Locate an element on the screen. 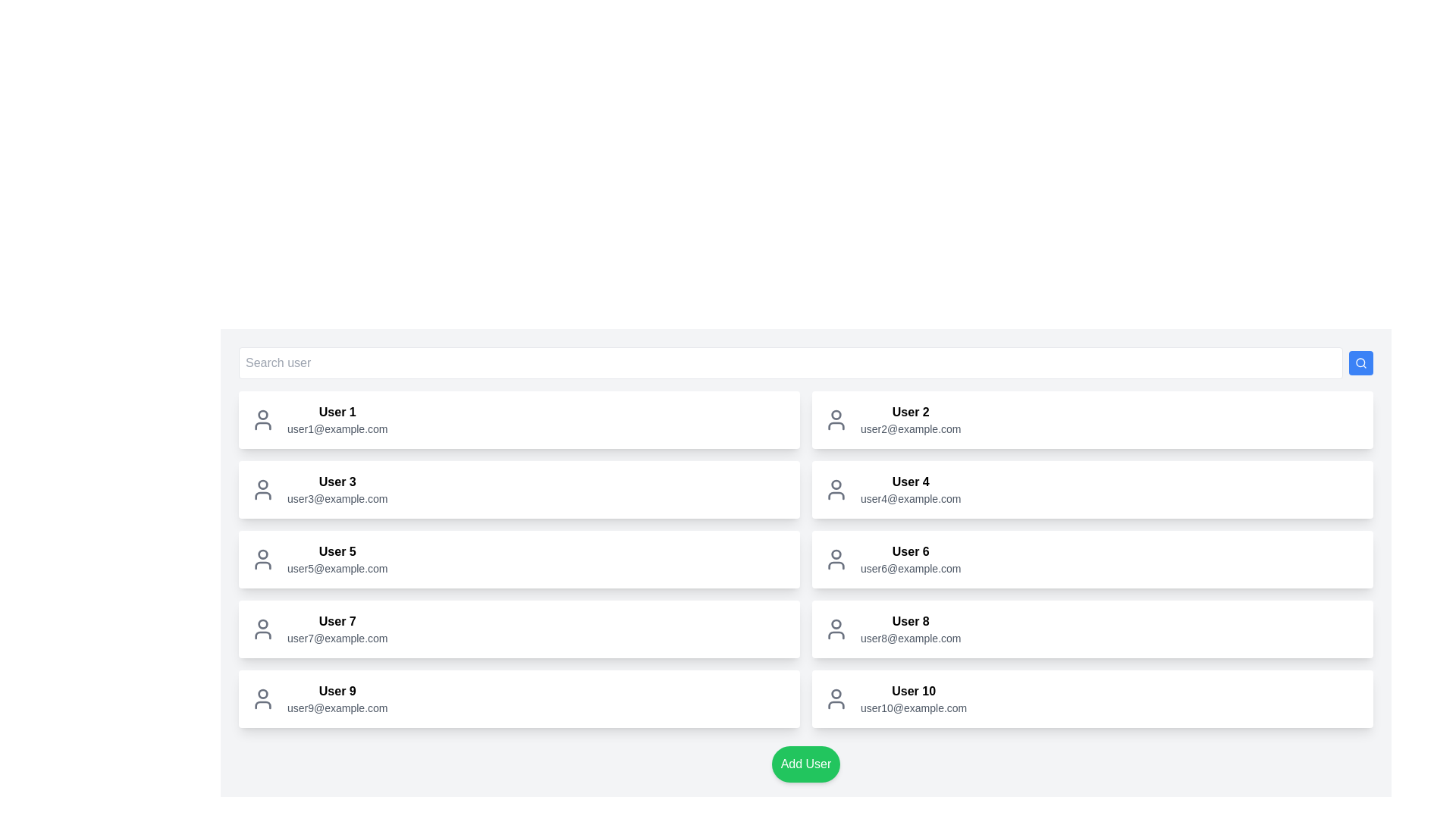 This screenshot has height=819, width=1456. the user profile icon representing 'User 5' located to the left of the text content in the card labeled 'User 5' and 'user5@example.com' is located at coordinates (262, 559).